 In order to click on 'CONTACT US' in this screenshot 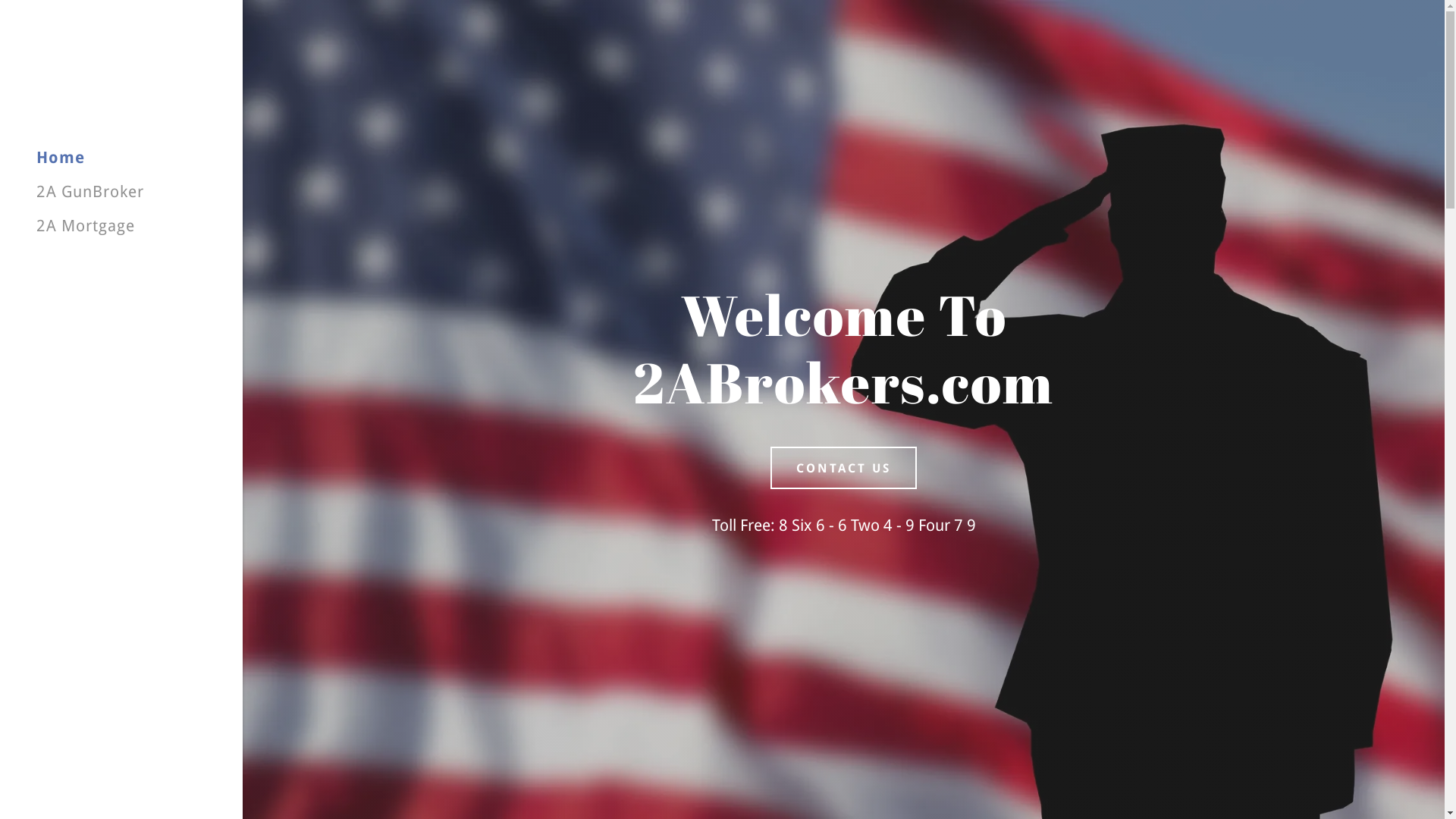, I will do `click(770, 467)`.